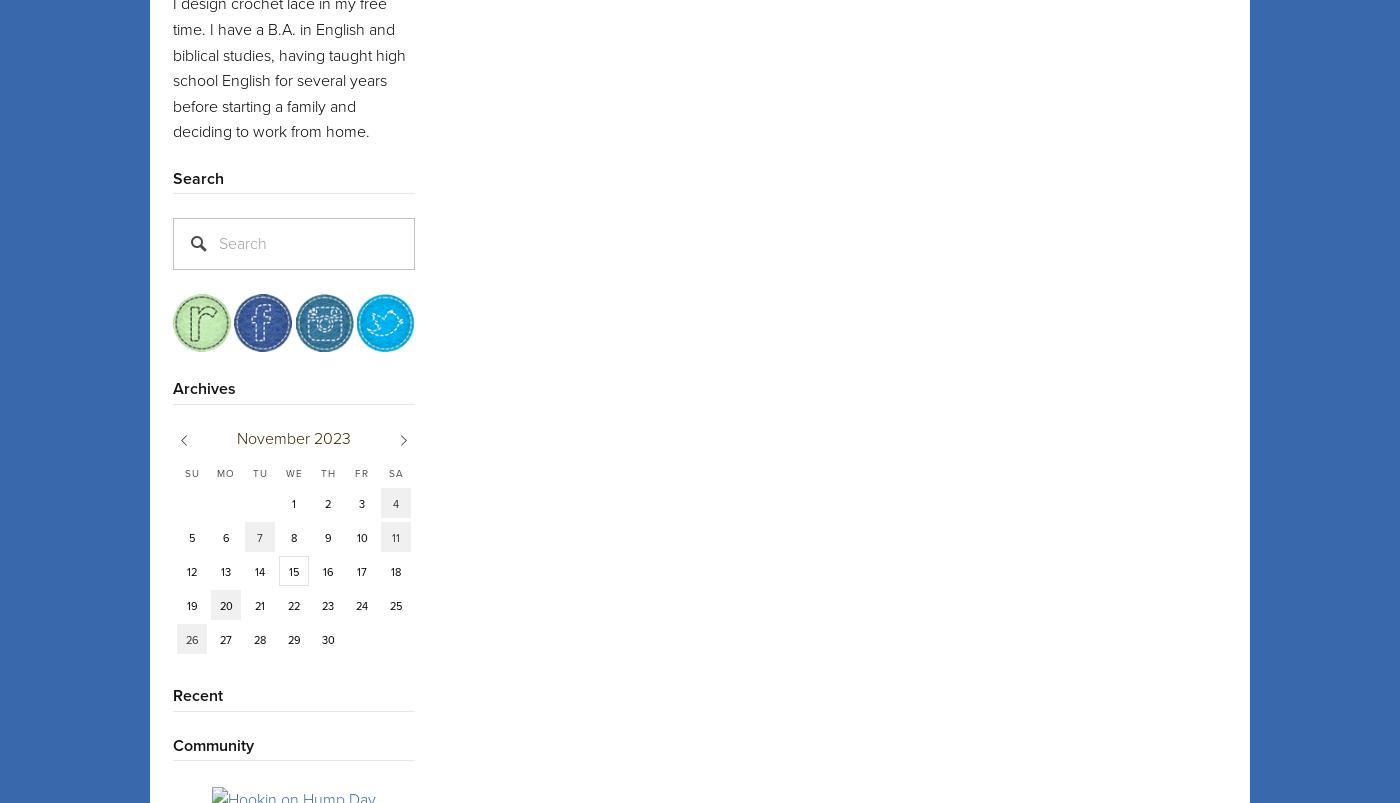 Image resolution: width=1400 pixels, height=803 pixels. Describe the element at coordinates (293, 436) in the screenshot. I see `'November 2023'` at that location.